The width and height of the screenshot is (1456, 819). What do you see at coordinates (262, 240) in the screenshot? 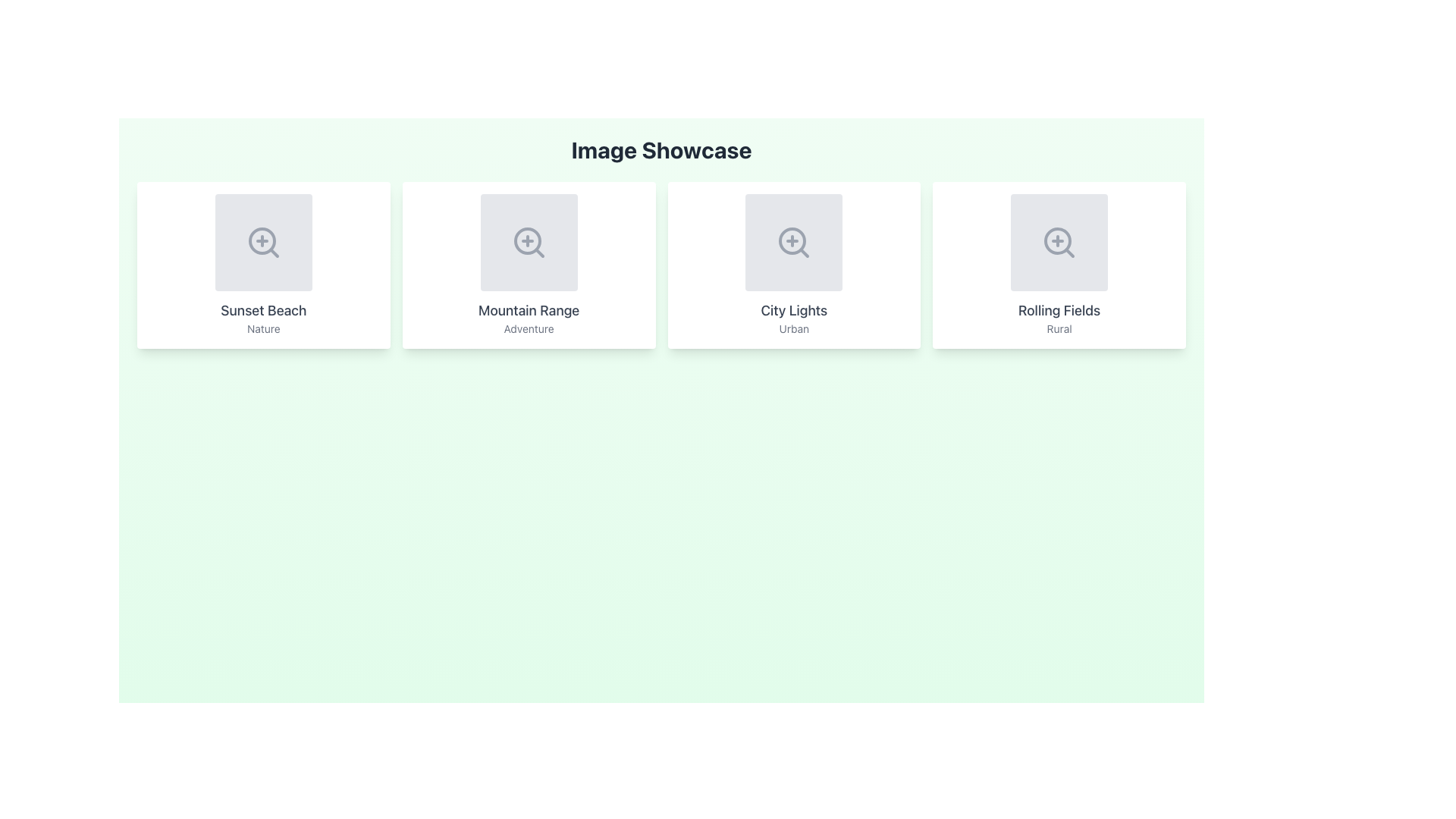
I see `the circular graphical component of the zoom icon that is part of the '+' sign integrated into the magnifier icon, located above the text 'Sunset Beach' and its subtitle 'Nature'` at bounding box center [262, 240].